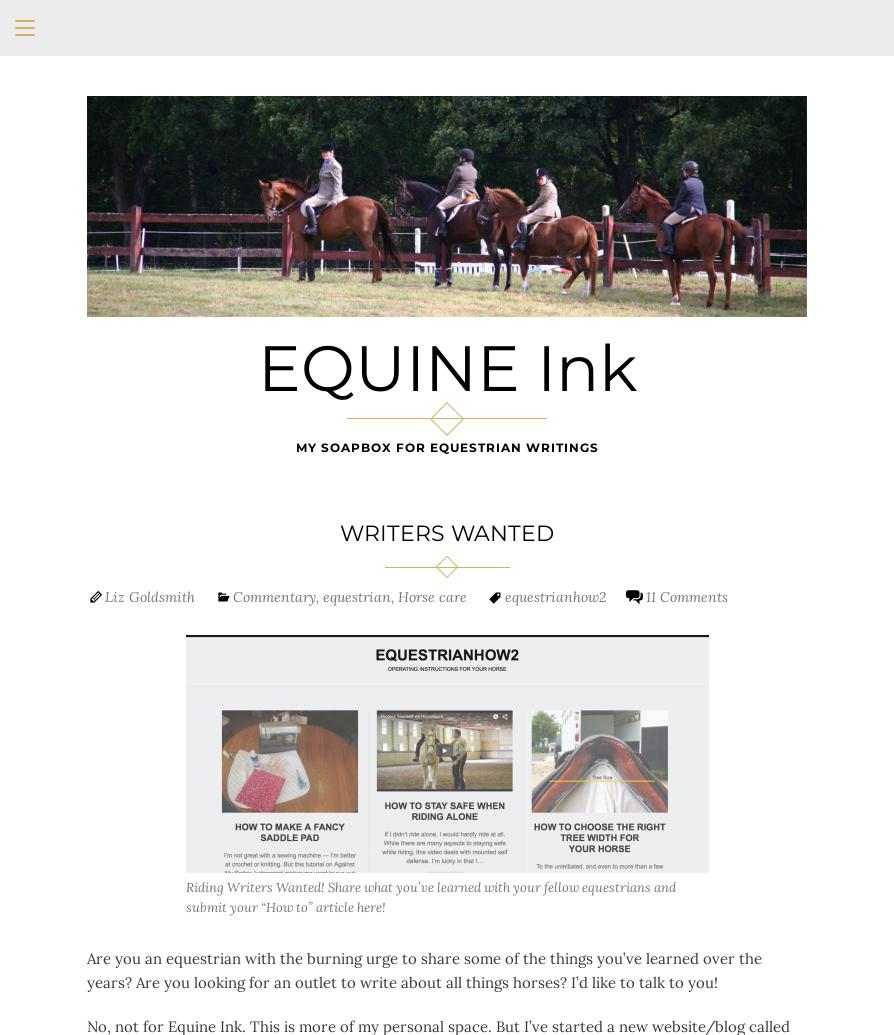 This screenshot has height=1035, width=894. Describe the element at coordinates (555, 594) in the screenshot. I see `'equestrianhow2'` at that location.